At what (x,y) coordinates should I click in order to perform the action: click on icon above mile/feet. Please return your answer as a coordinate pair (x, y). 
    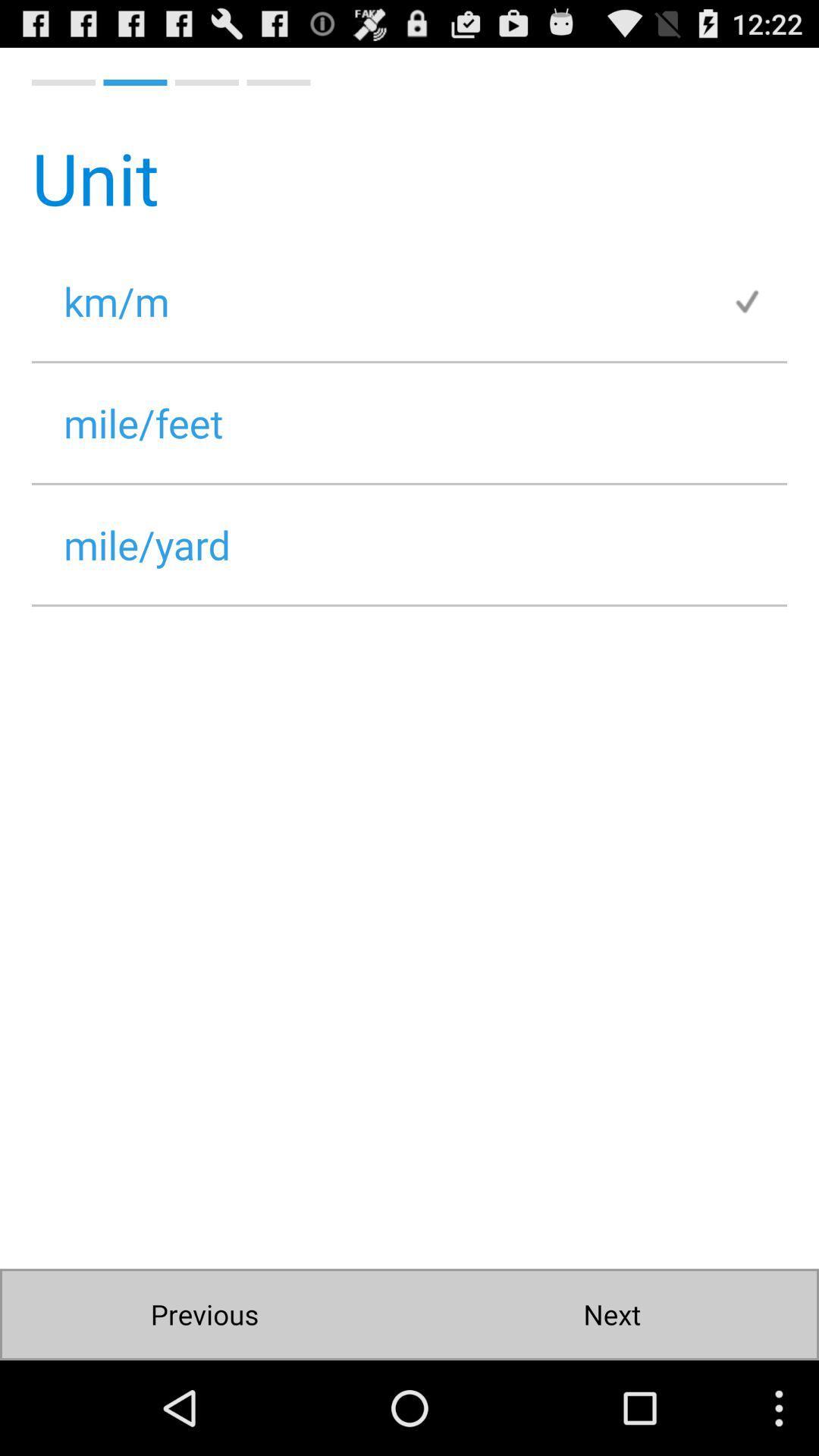
    Looking at the image, I should click on (381, 301).